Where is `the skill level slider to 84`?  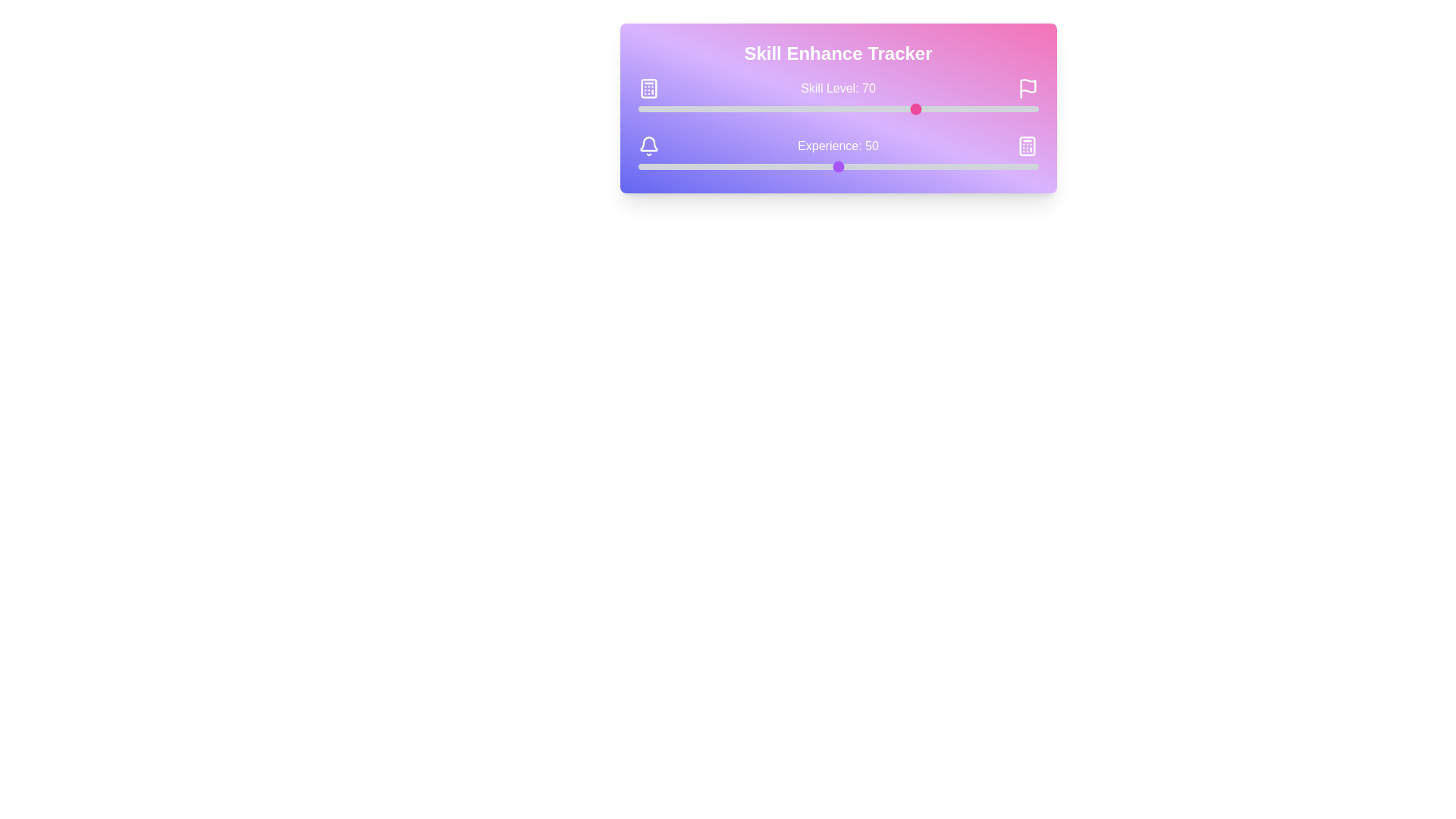
the skill level slider to 84 is located at coordinates (974, 108).